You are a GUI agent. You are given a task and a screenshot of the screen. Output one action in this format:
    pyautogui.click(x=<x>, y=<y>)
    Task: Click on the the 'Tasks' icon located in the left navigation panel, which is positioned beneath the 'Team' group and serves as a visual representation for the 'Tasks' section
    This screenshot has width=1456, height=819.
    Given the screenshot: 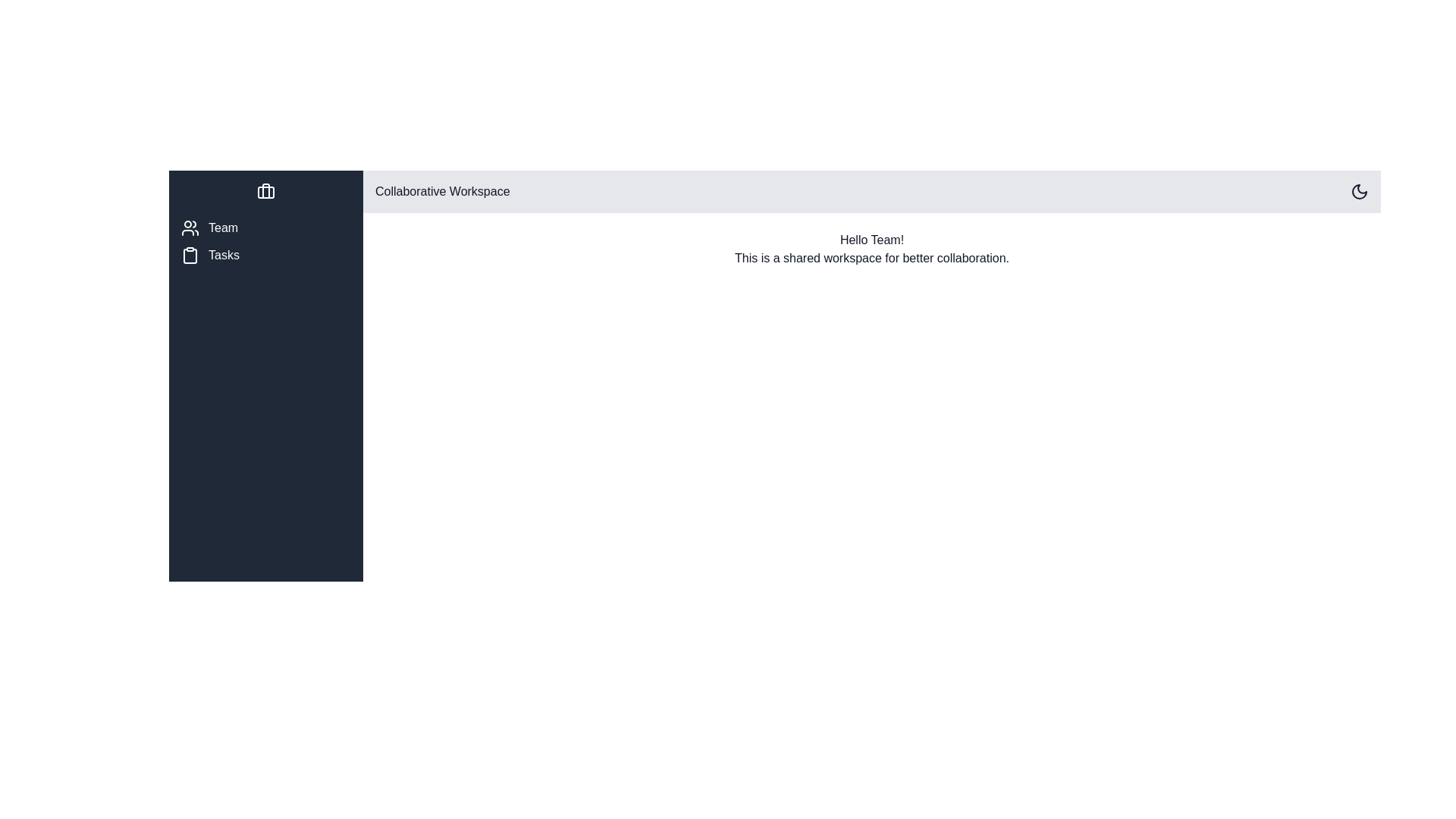 What is the action you would take?
    pyautogui.click(x=189, y=254)
    